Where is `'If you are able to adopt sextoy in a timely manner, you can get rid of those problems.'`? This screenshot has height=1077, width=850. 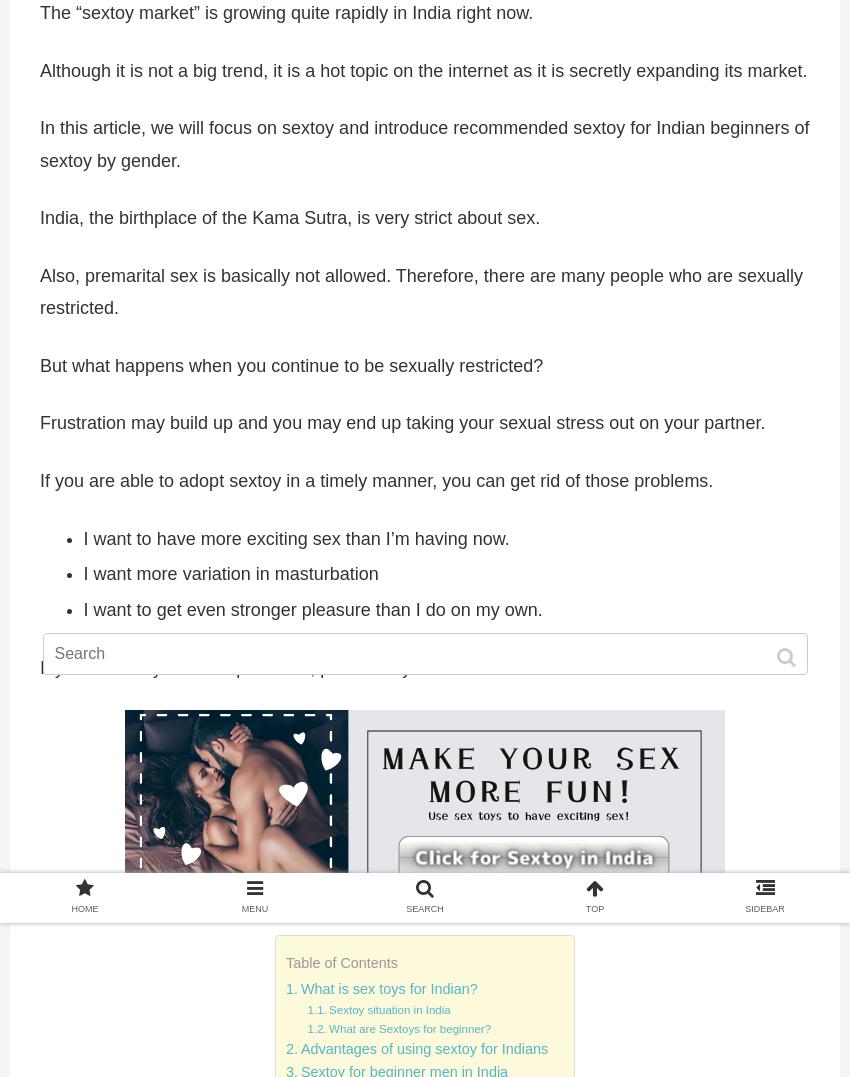 'If you are able to adopt sextoy in a timely manner, you can get rid of those problems.' is located at coordinates (375, 480).